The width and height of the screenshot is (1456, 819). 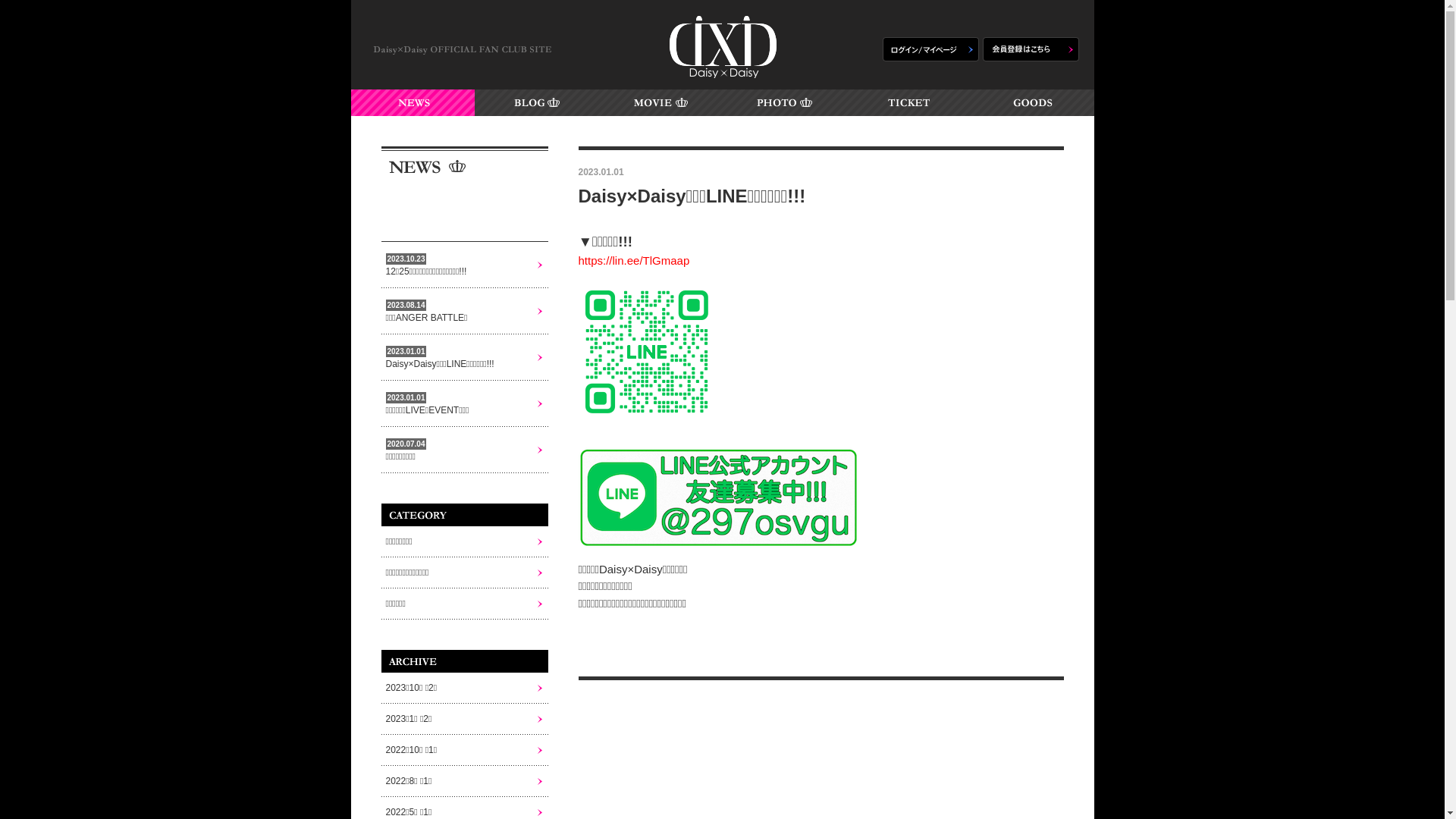 What do you see at coordinates (577, 259) in the screenshot?
I see `'https://lin.ee/TlGmaap'` at bounding box center [577, 259].